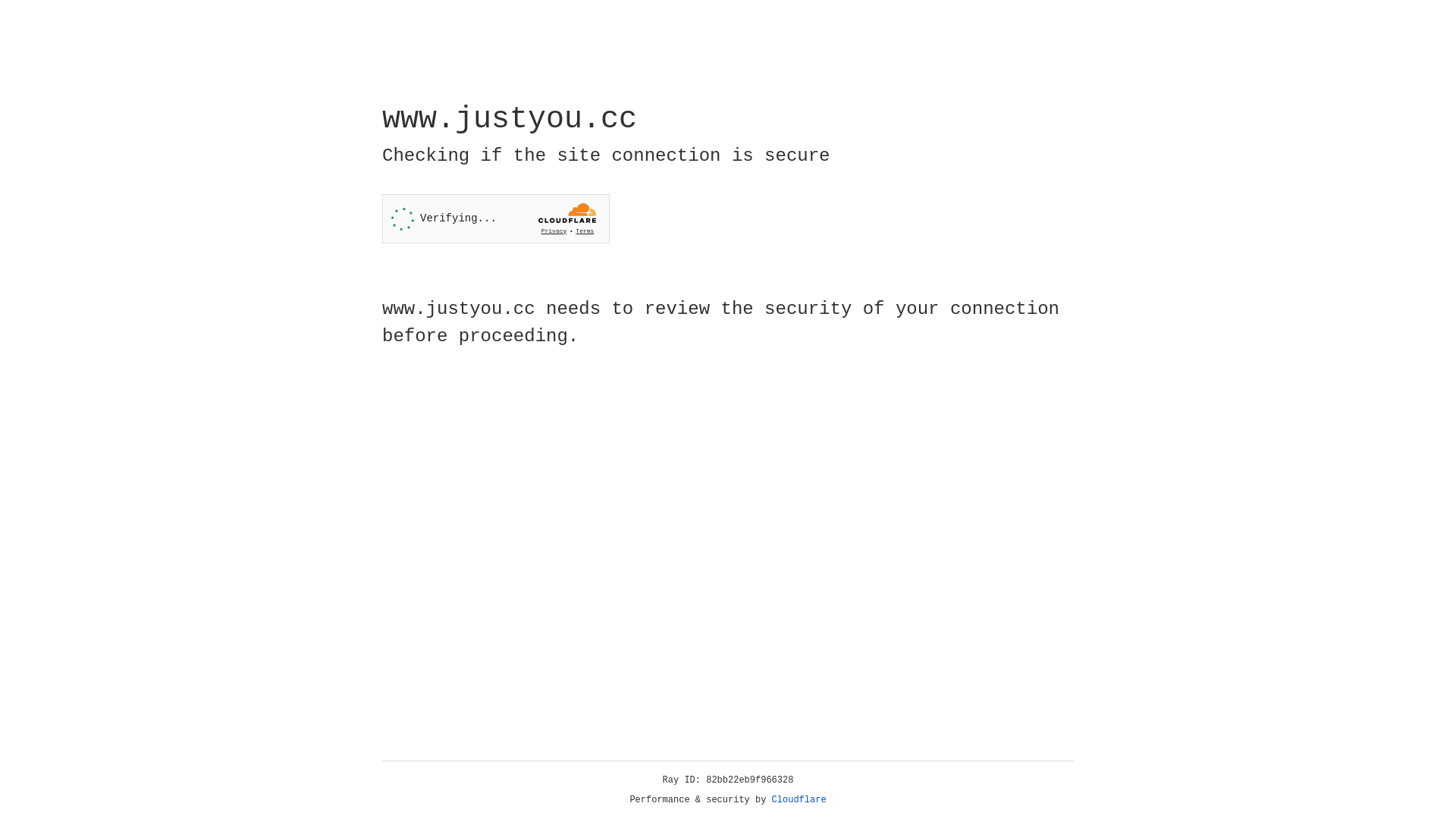  Describe the element at coordinates (799, 799) in the screenshot. I see `'Cloudflare'` at that location.